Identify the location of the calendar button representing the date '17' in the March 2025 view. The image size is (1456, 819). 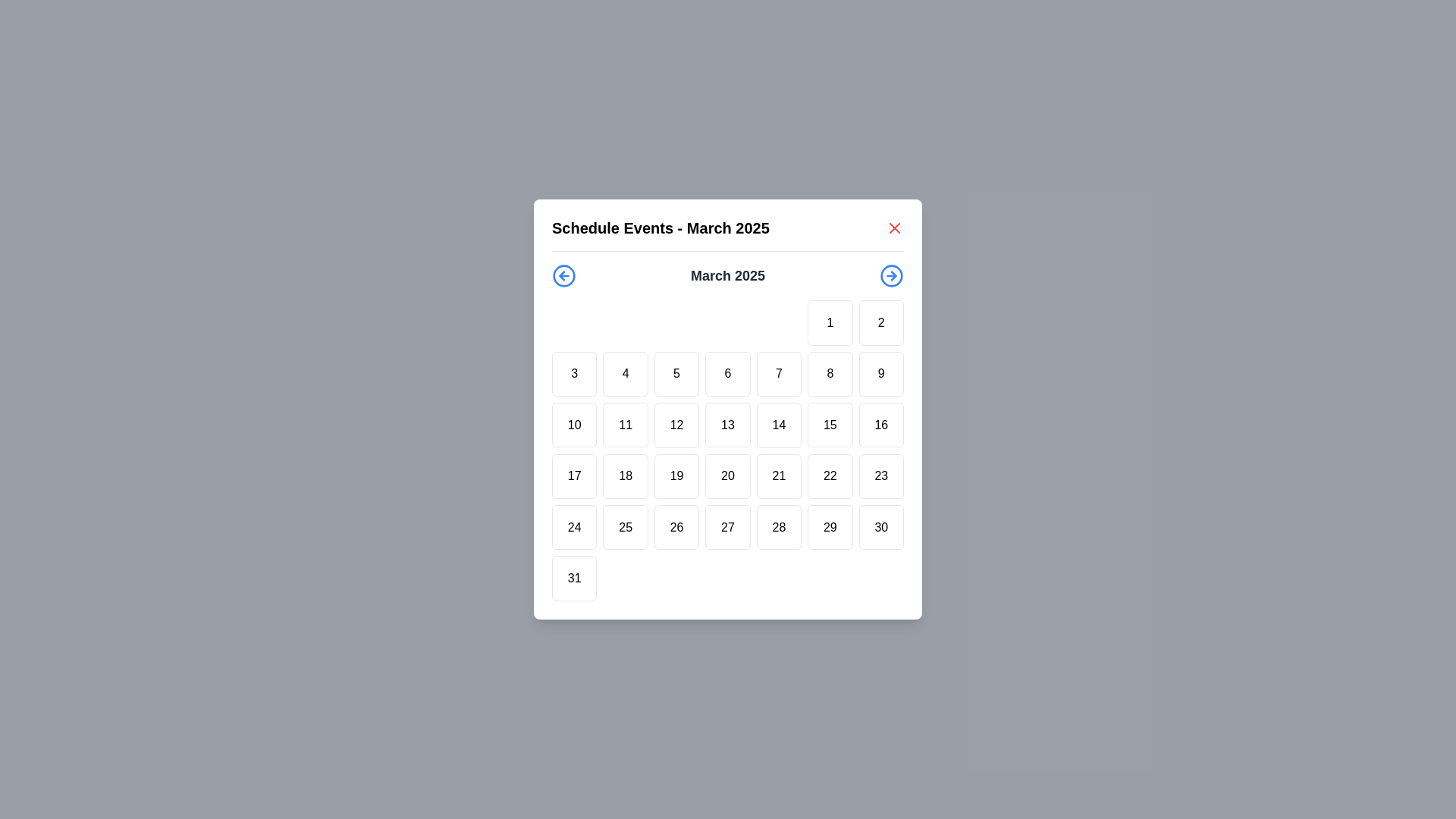
(573, 475).